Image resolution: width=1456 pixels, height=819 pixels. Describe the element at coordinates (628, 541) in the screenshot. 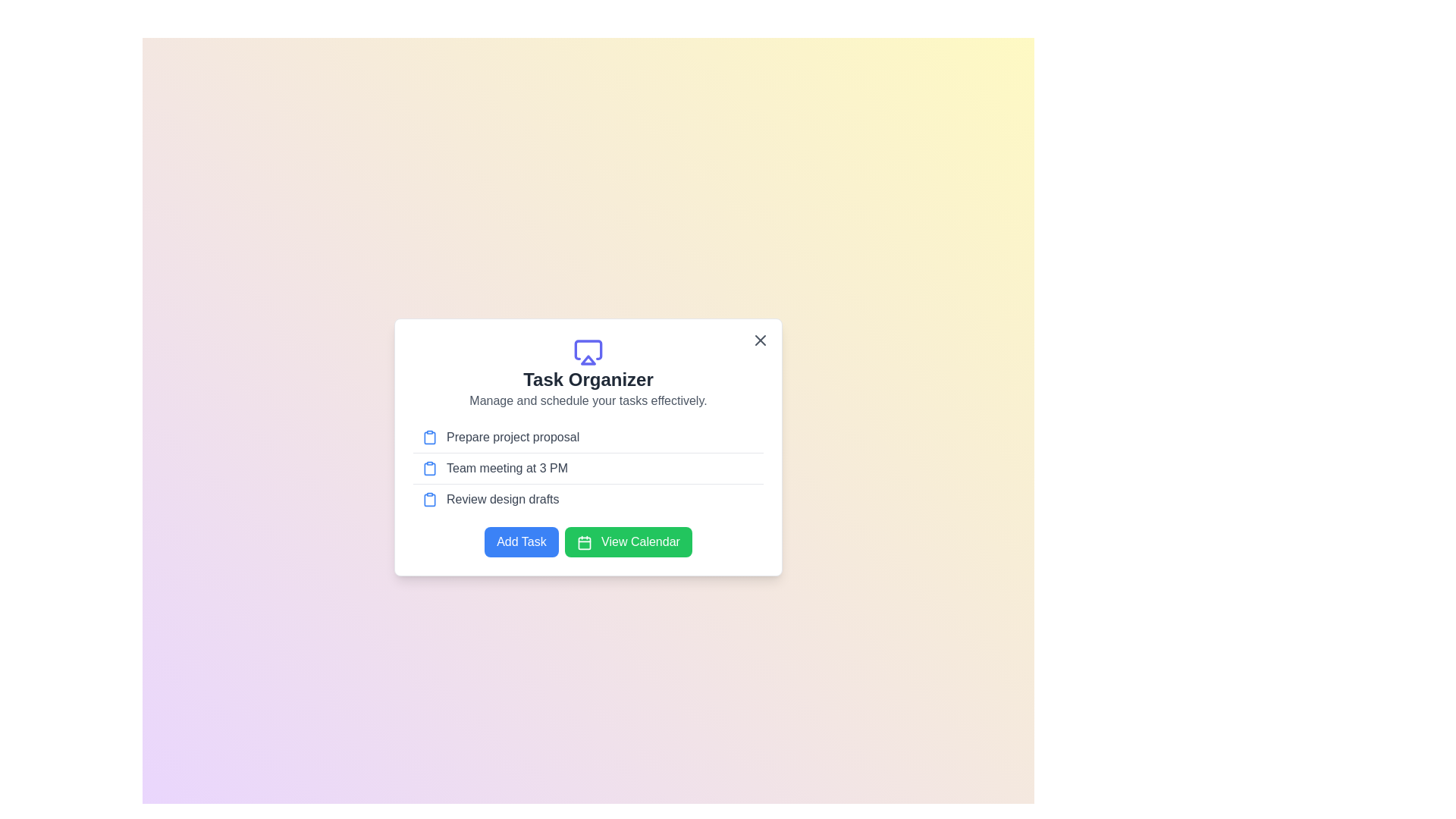

I see `the calendar view button, which is the second button in a row of buttons beneath the task list section, positioned to the right of the blue 'Add Task' button` at that location.